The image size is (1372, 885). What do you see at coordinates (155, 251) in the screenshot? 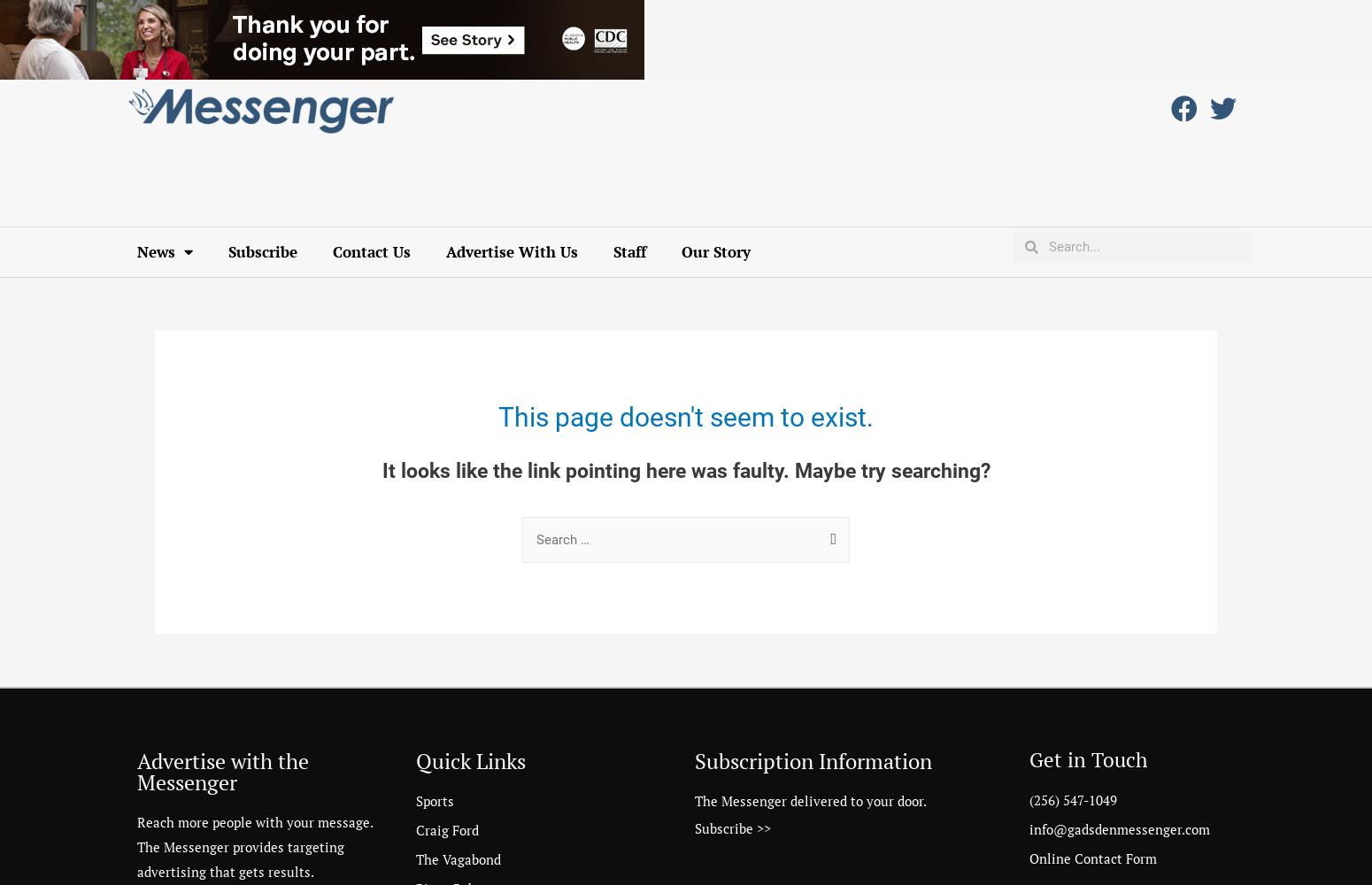
I see `'News'` at bounding box center [155, 251].